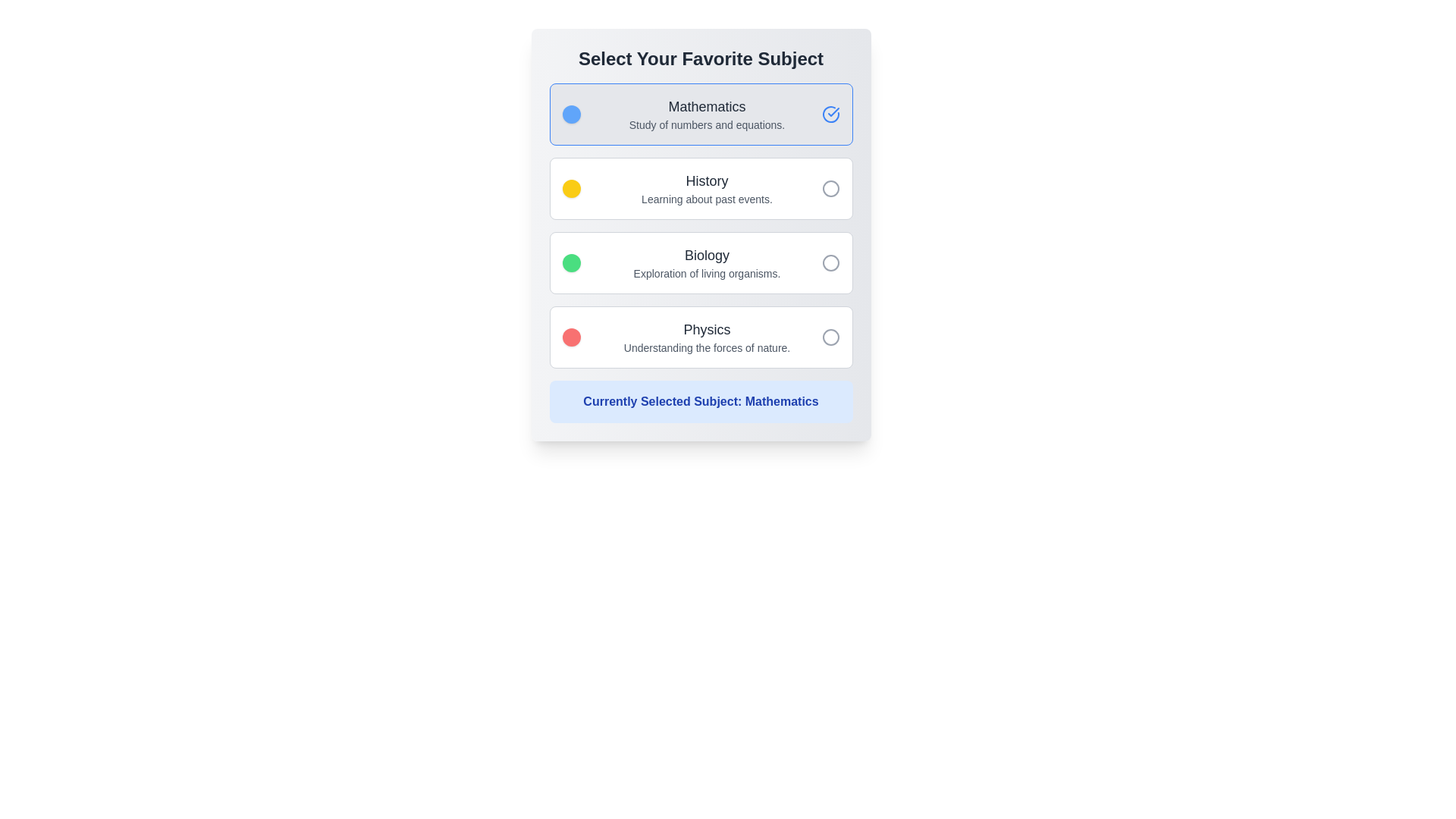 The width and height of the screenshot is (1456, 819). Describe the element at coordinates (706, 348) in the screenshot. I see `the informative description text for the 'Physics' category, which is positioned directly below the title 'Physics' in the vertical list of selectable subject categories` at that location.